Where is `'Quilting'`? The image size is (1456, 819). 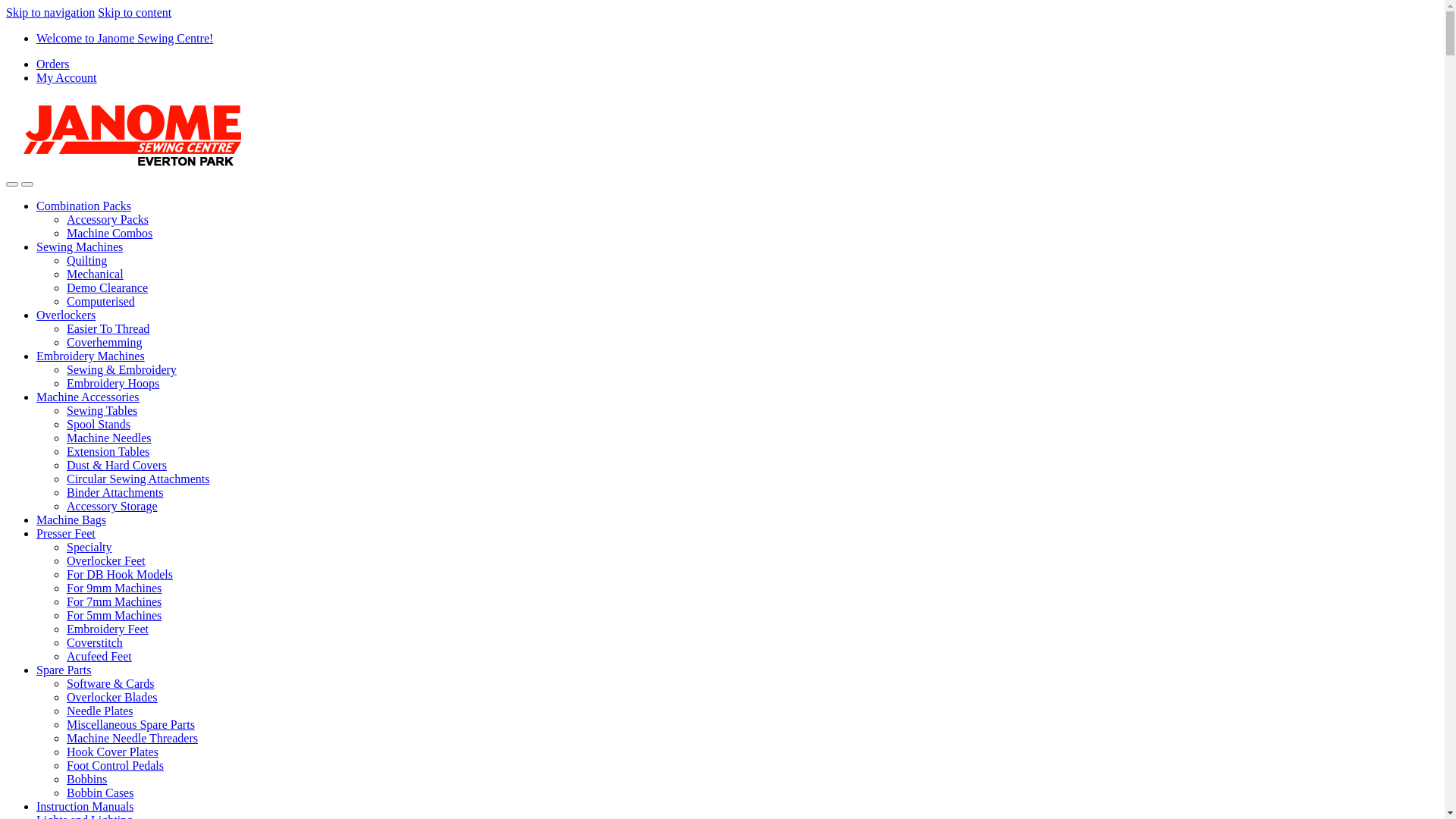
'Quilting' is located at coordinates (65, 259).